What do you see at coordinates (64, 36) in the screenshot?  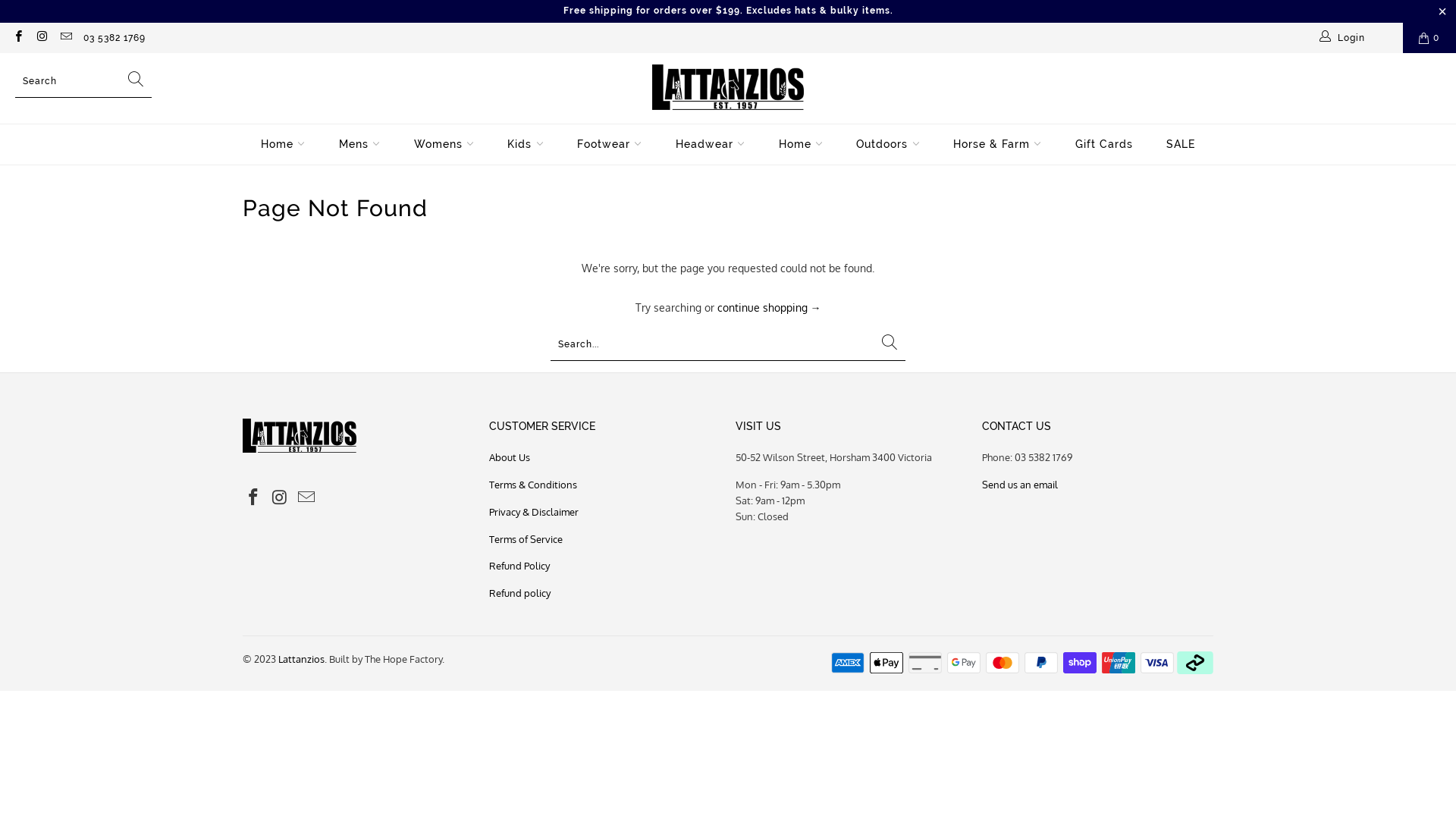 I see `'Email Lattanzios'` at bounding box center [64, 36].